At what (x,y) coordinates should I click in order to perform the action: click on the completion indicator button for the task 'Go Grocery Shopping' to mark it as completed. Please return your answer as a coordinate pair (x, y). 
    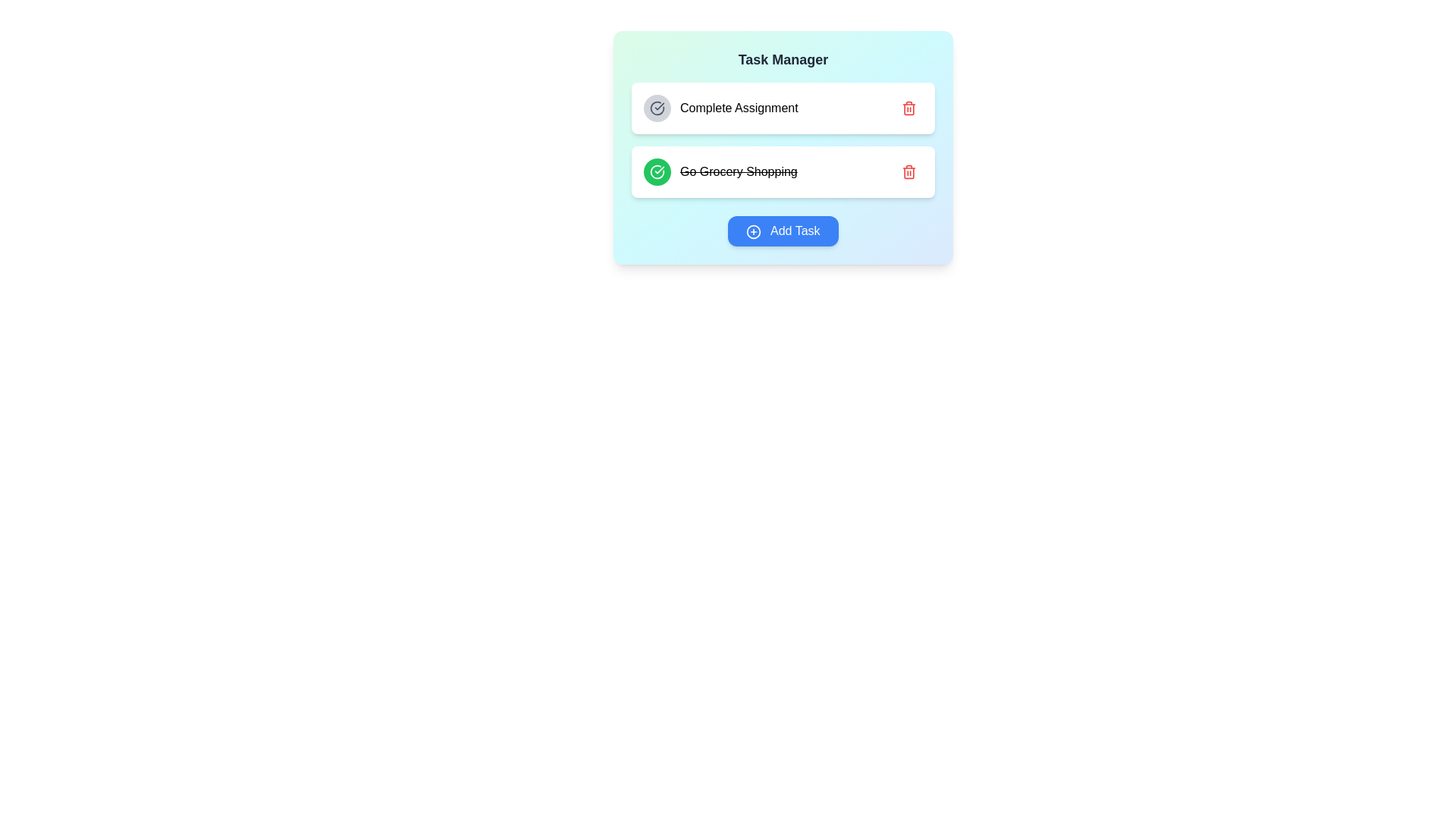
    Looking at the image, I should click on (657, 171).